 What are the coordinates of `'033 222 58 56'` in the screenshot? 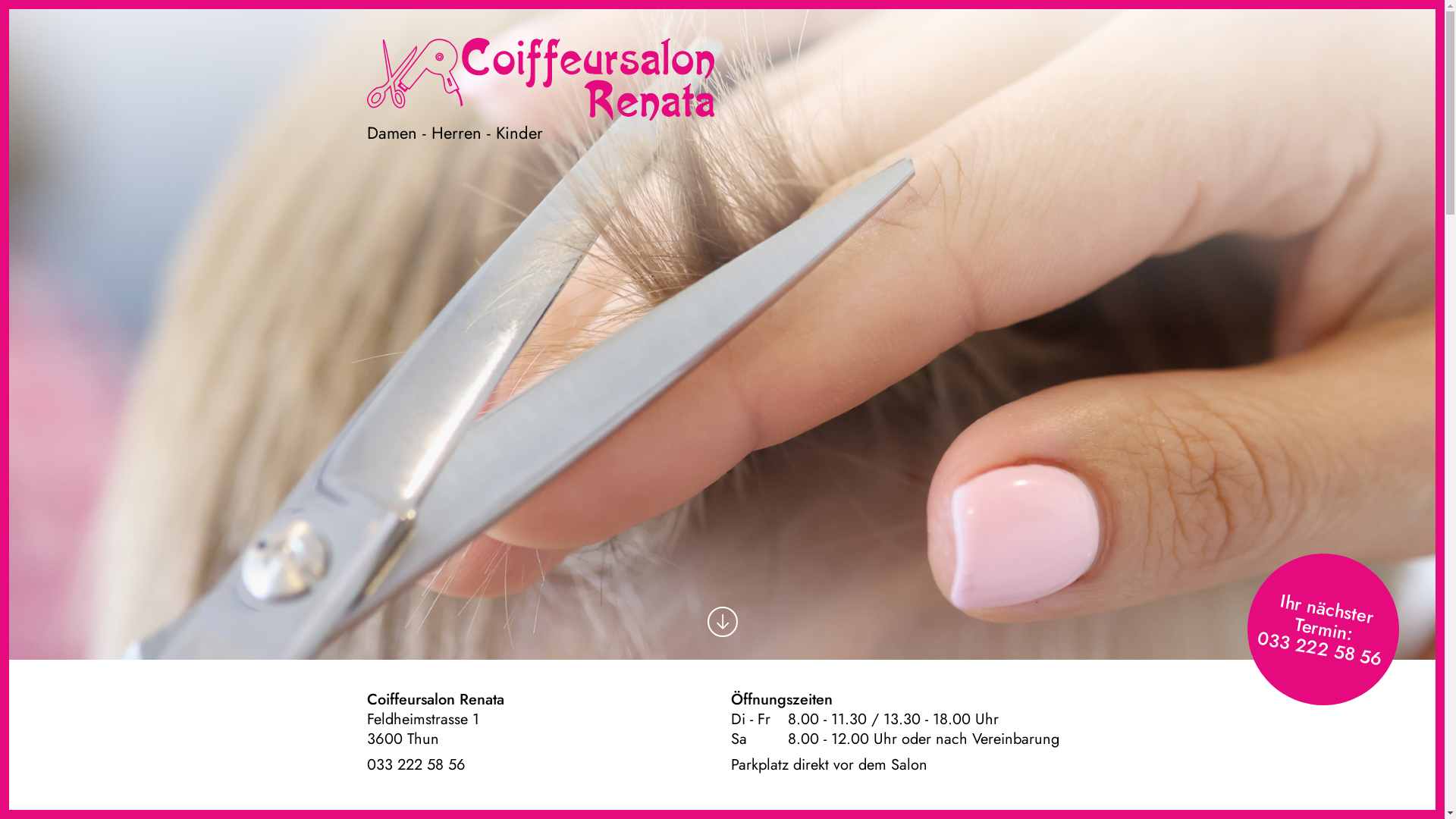 It's located at (1317, 638).